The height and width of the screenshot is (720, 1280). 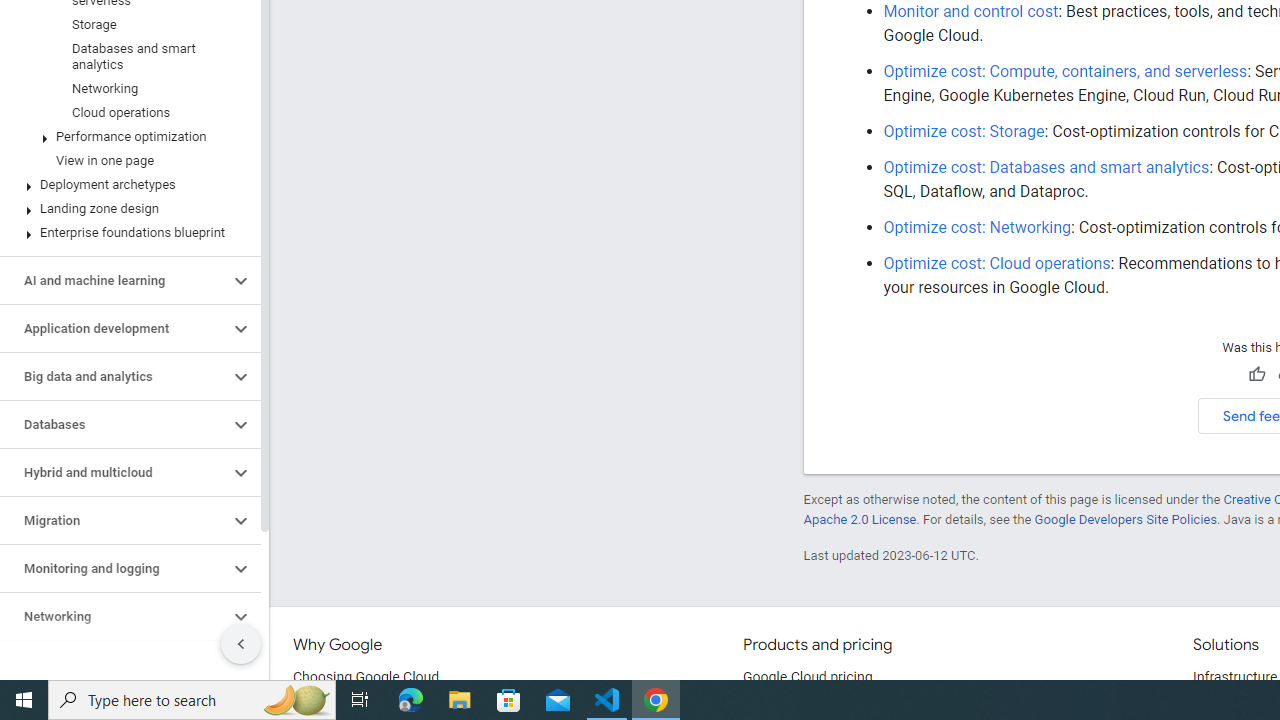 I want to click on 'Helpful', so click(x=1255, y=375).